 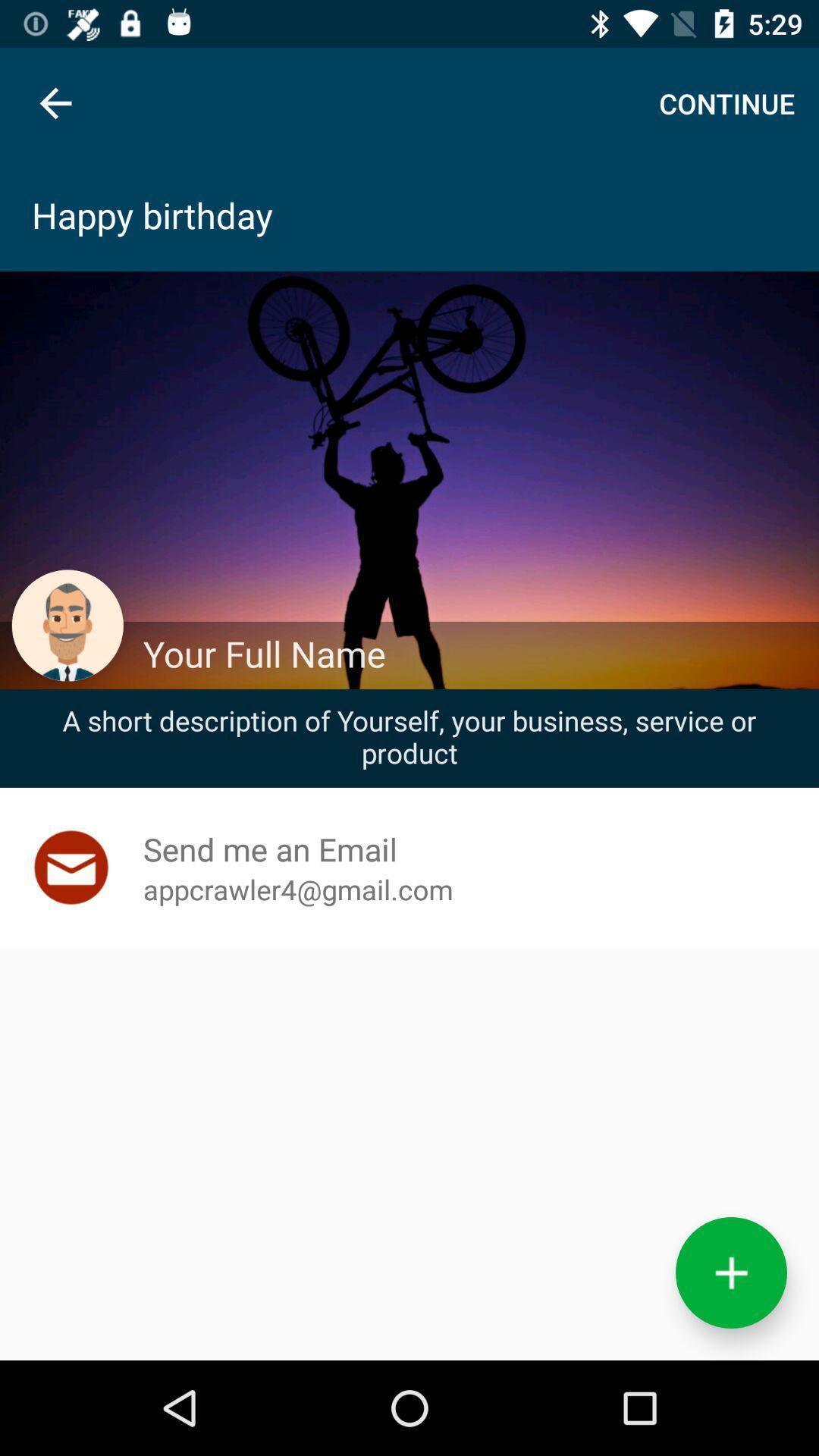 What do you see at coordinates (472, 654) in the screenshot?
I see `the icon above a short description icon` at bounding box center [472, 654].